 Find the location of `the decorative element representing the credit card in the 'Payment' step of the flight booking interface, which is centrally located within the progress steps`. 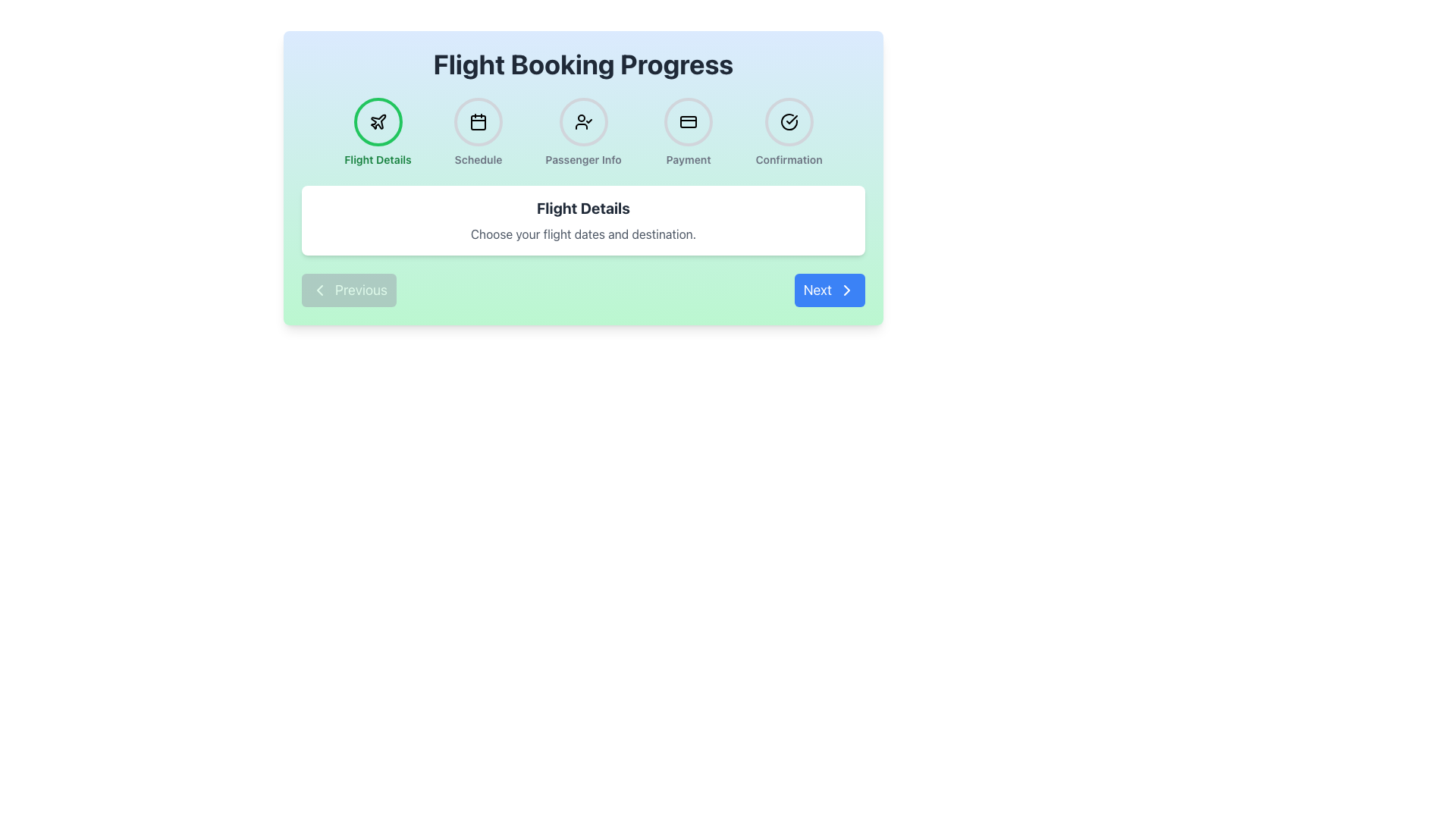

the decorative element representing the credit card in the 'Payment' step of the flight booking interface, which is centrally located within the progress steps is located at coordinates (688, 121).